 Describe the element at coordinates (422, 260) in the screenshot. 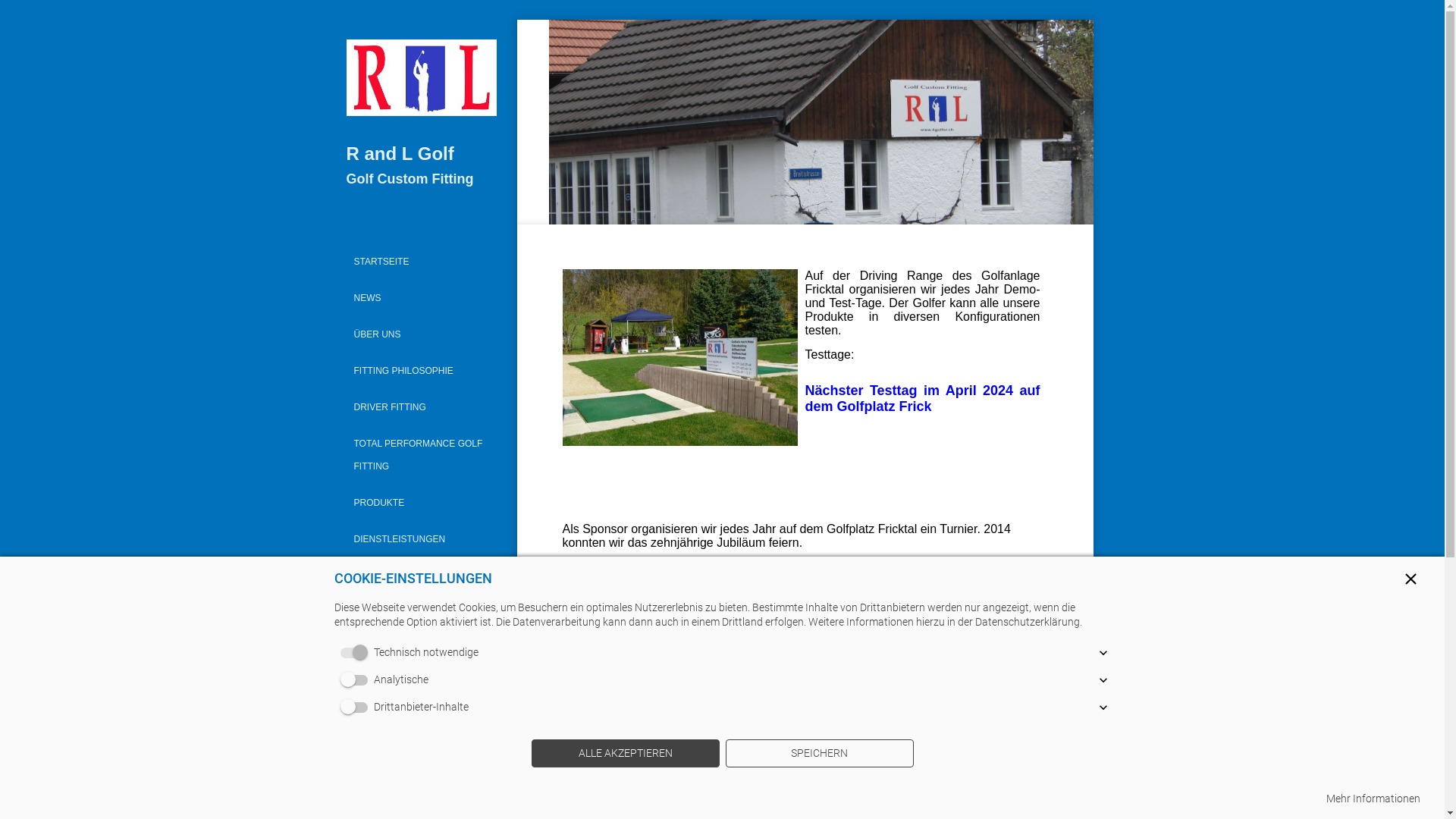

I see `'STARTSEITE'` at that location.